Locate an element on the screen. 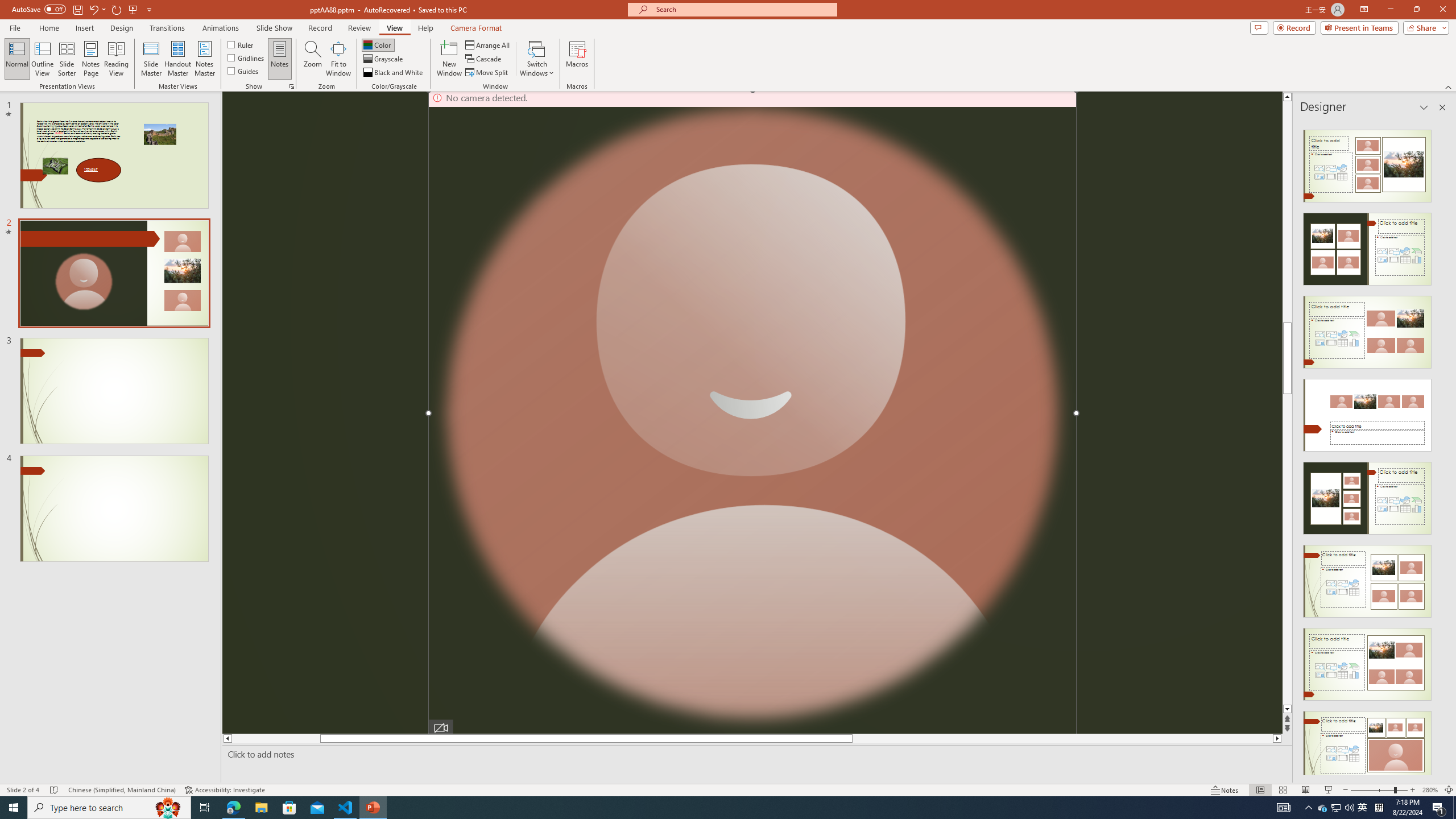  'File Tab' is located at coordinates (14, 27).